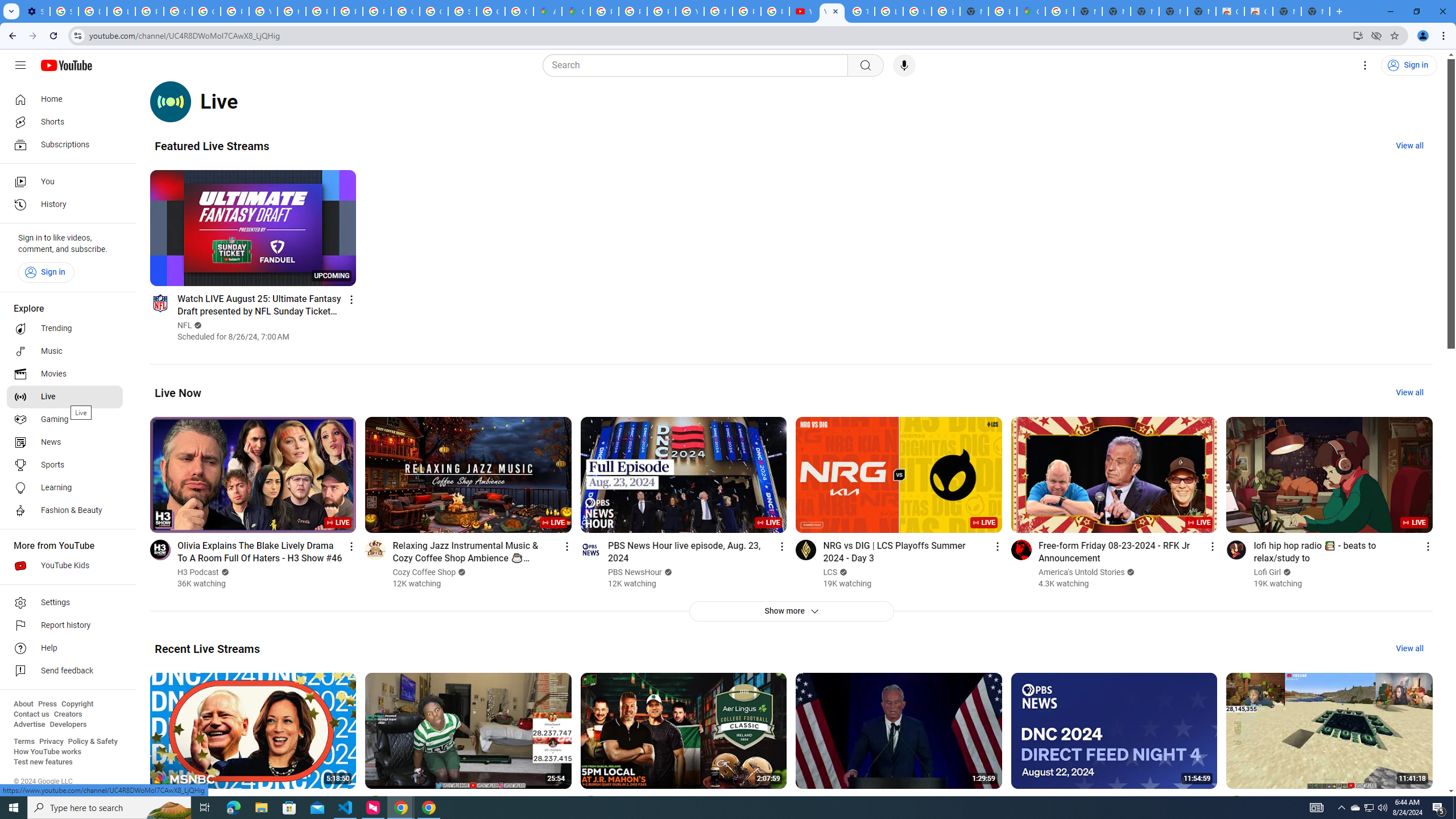  What do you see at coordinates (791, 610) in the screenshot?
I see `'Show more'` at bounding box center [791, 610].